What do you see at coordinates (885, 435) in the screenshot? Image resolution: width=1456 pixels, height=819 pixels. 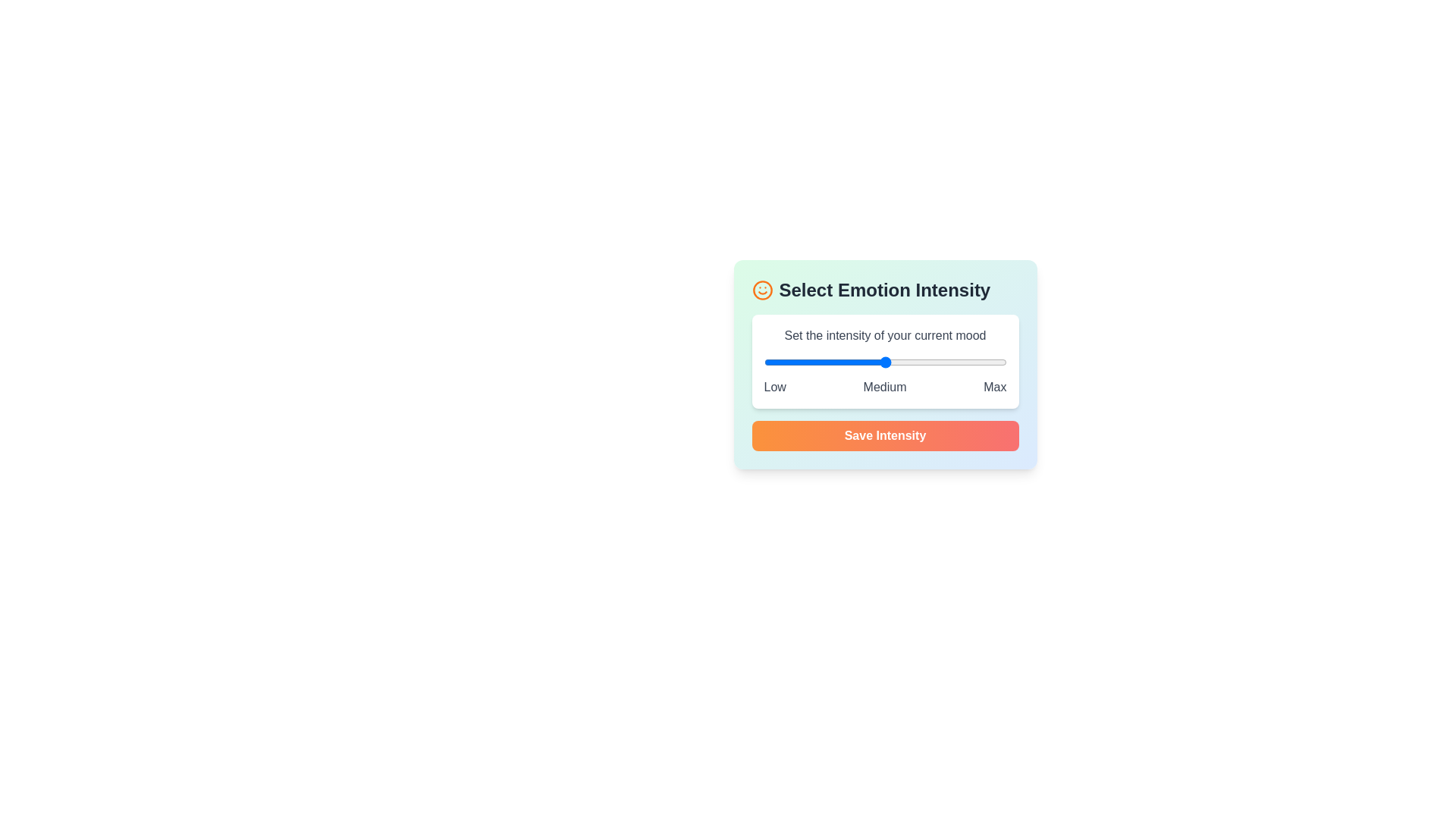 I see `the 'Save Intensity' button to submit the current intensity` at bounding box center [885, 435].